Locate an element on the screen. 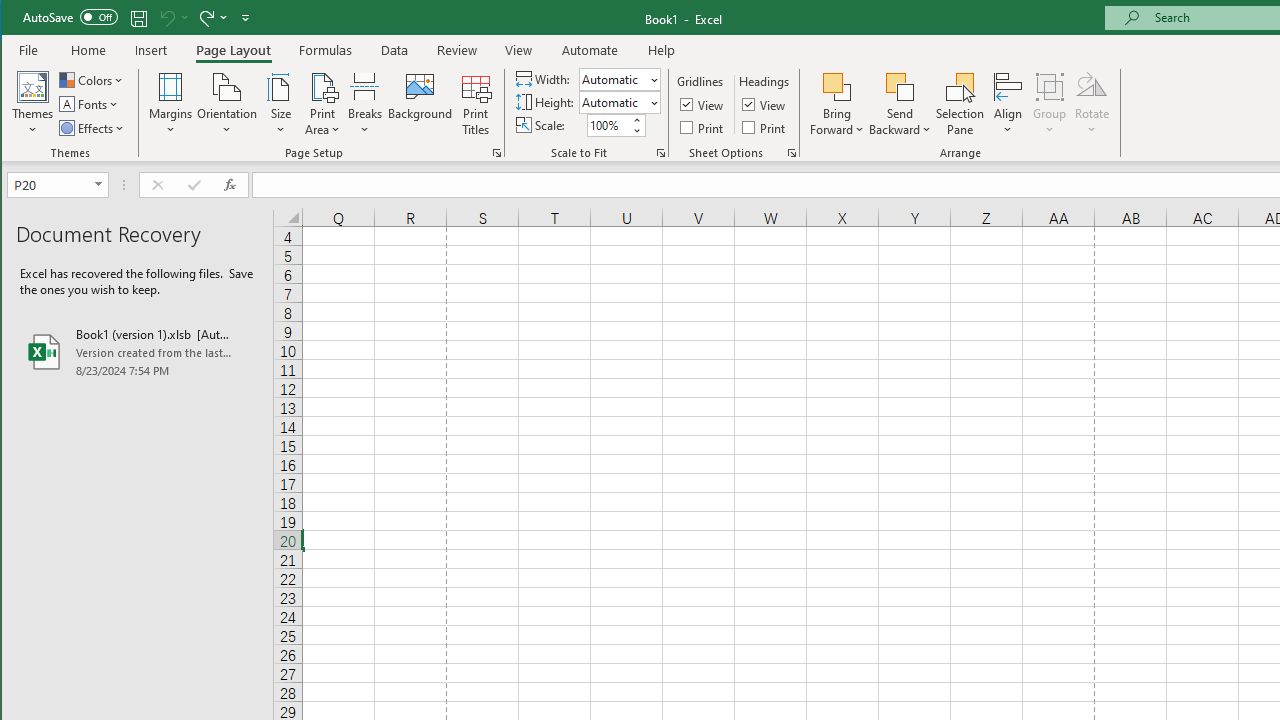 This screenshot has height=720, width=1280. 'Size' is located at coordinates (279, 104).